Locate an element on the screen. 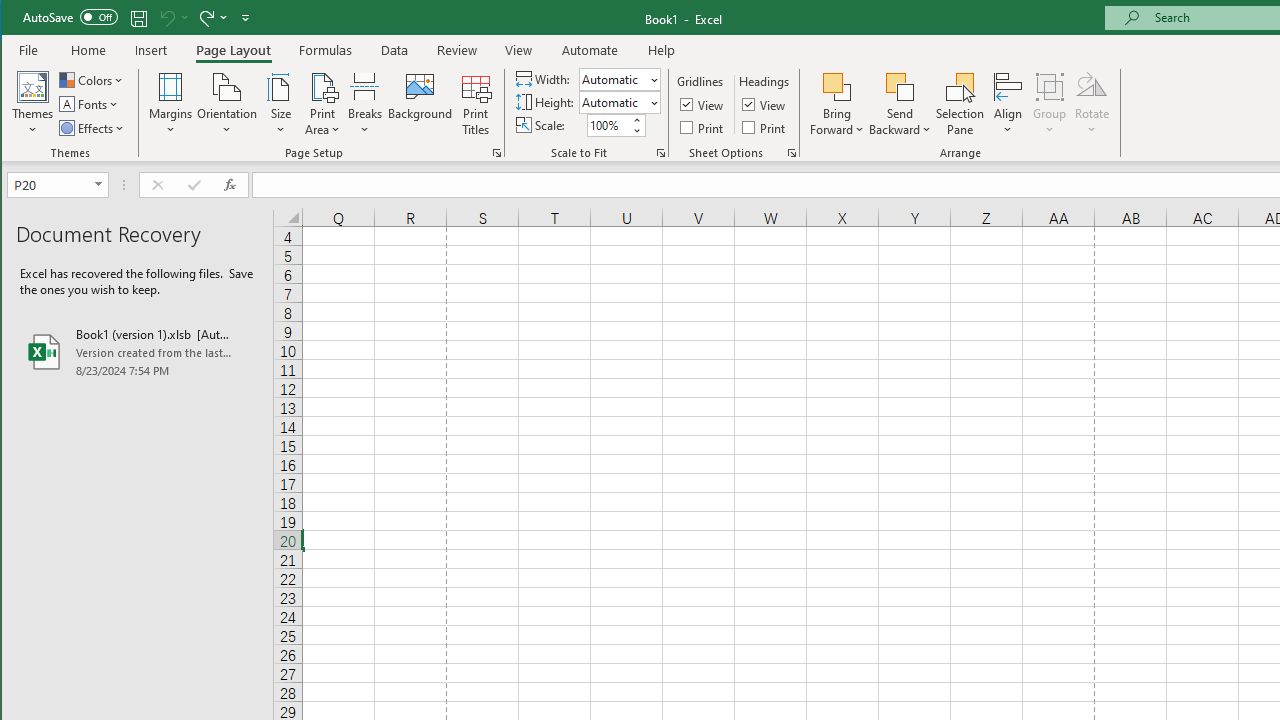 This screenshot has height=720, width=1280. 'Size' is located at coordinates (279, 104).